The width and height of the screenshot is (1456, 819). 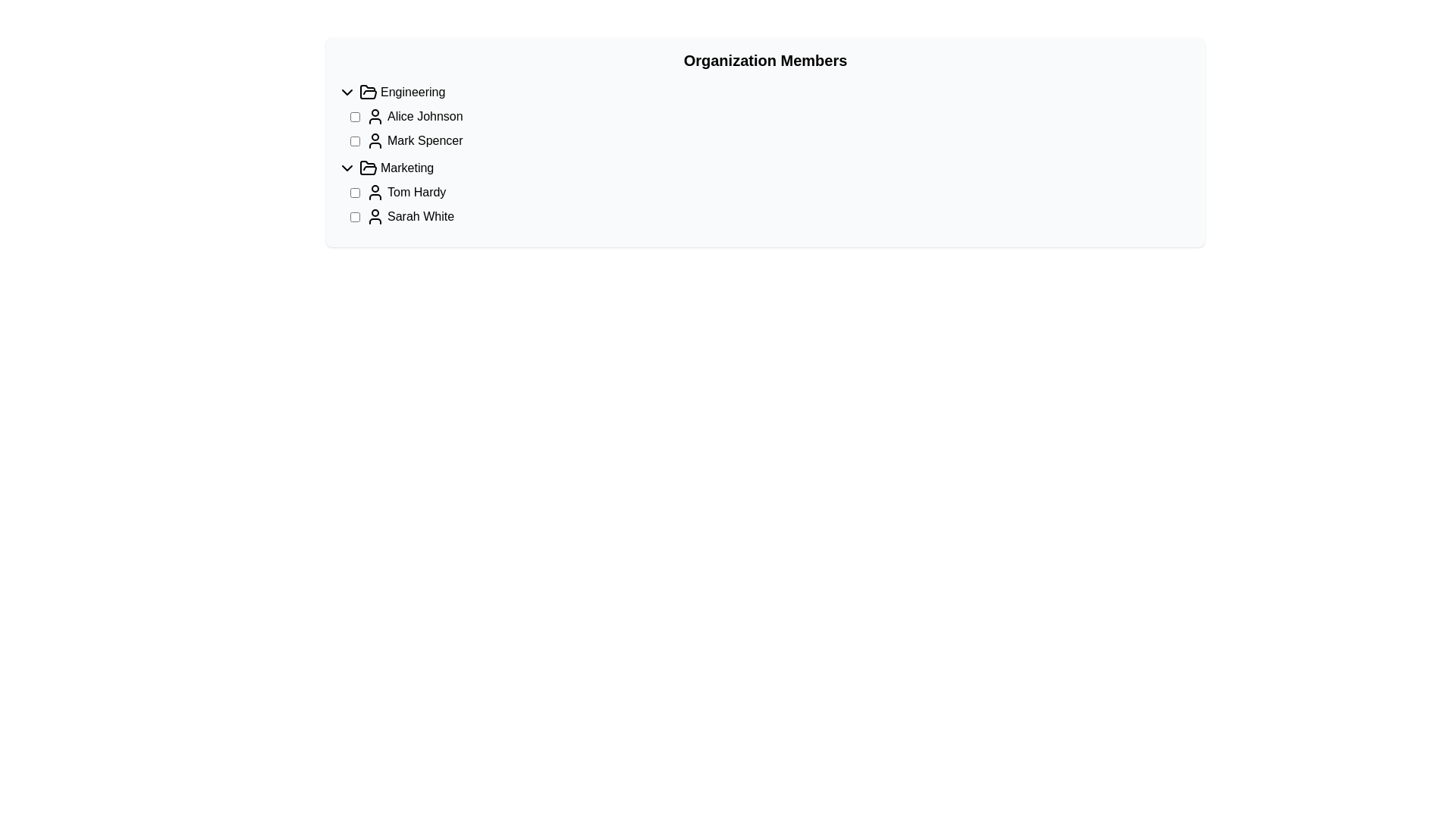 I want to click on the user icon representing 'Alice Johnson', which is a simplistic black SVG icon located to the left of the text label in the 'Engineering' group under 'Organization Members', so click(x=375, y=116).